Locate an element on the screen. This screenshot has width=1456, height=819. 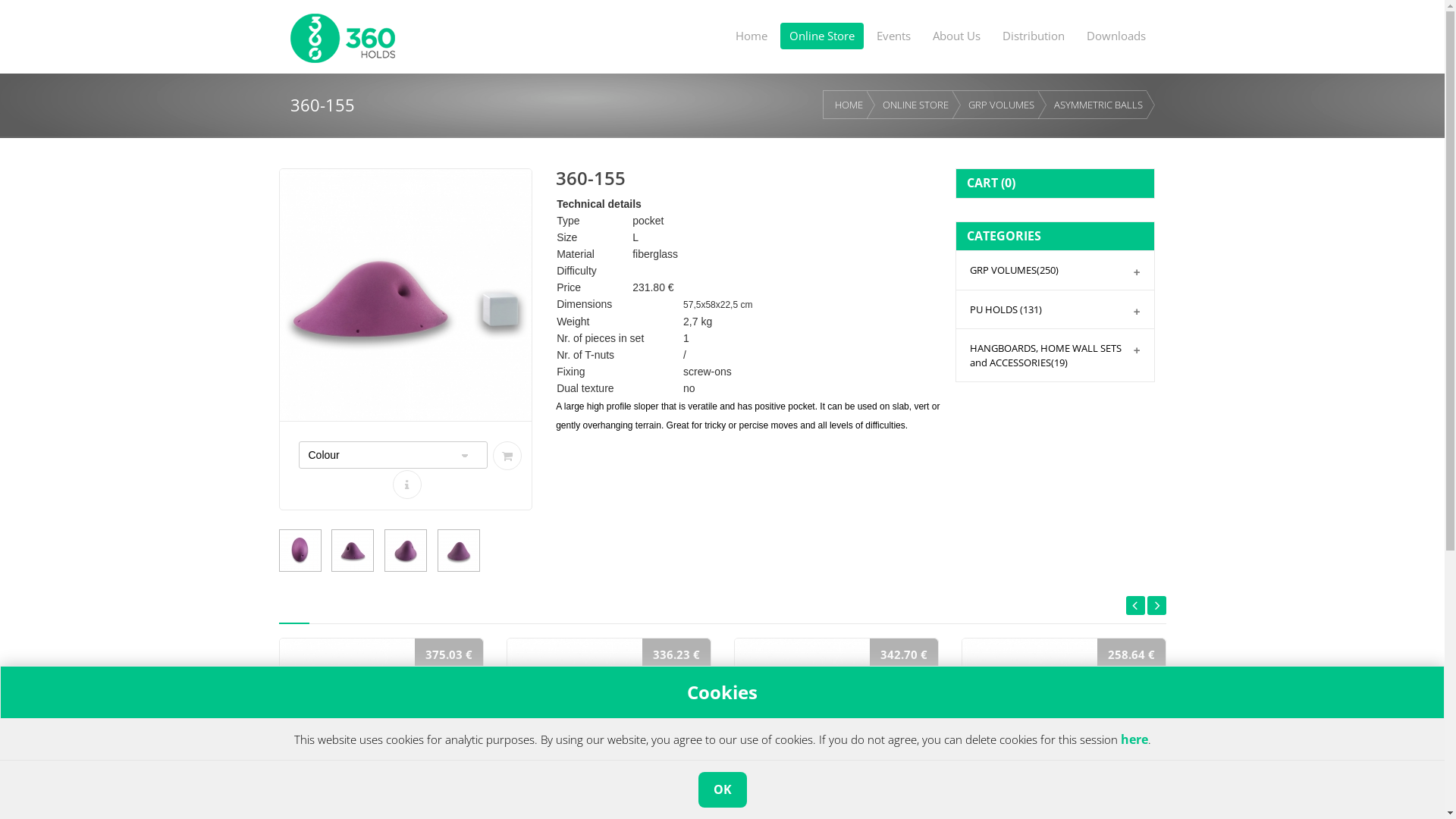
'Home' is located at coordinates (751, 35).